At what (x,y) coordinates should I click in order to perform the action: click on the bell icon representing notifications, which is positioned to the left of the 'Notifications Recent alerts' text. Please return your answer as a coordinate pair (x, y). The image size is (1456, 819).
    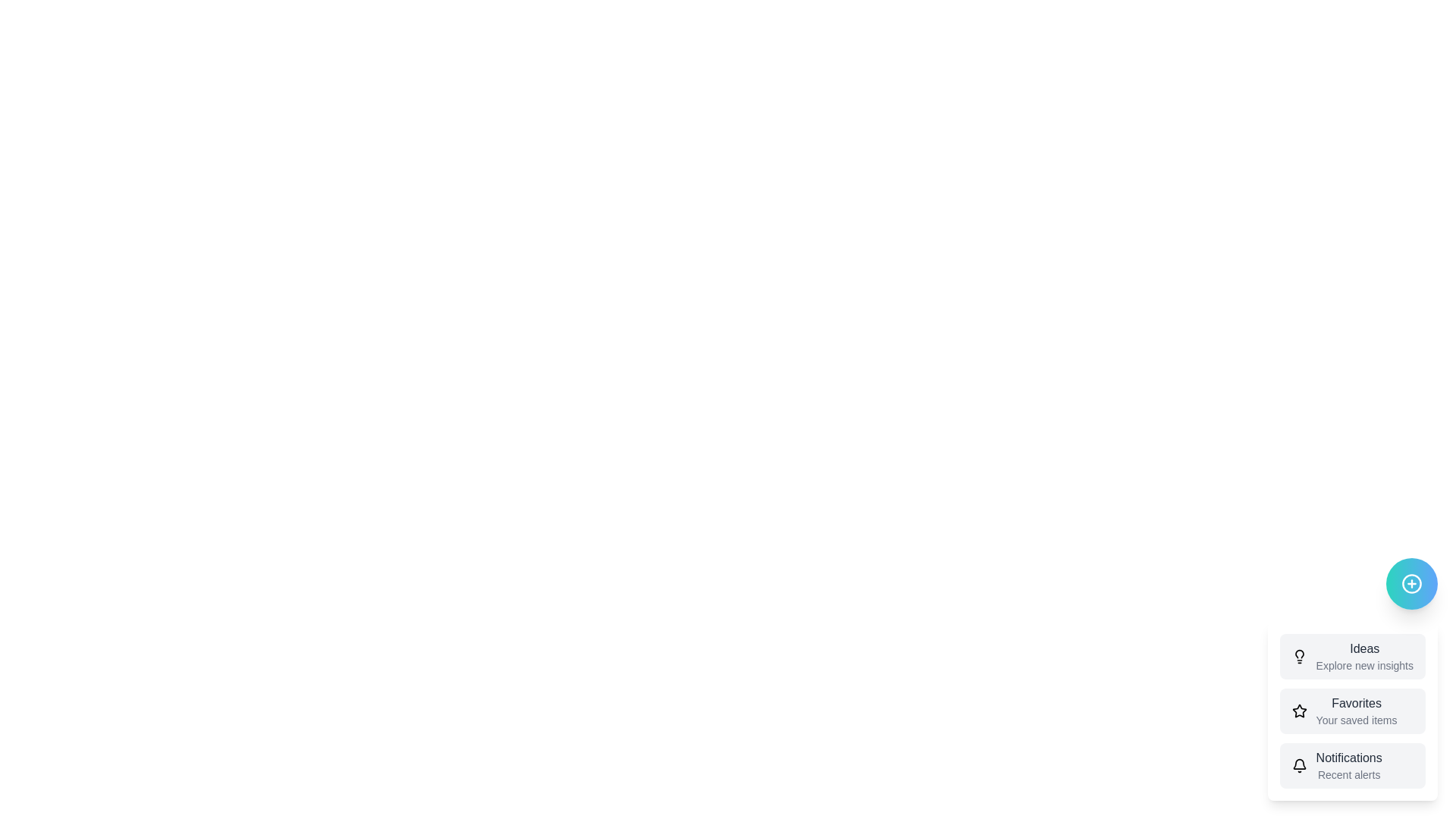
    Looking at the image, I should click on (1298, 766).